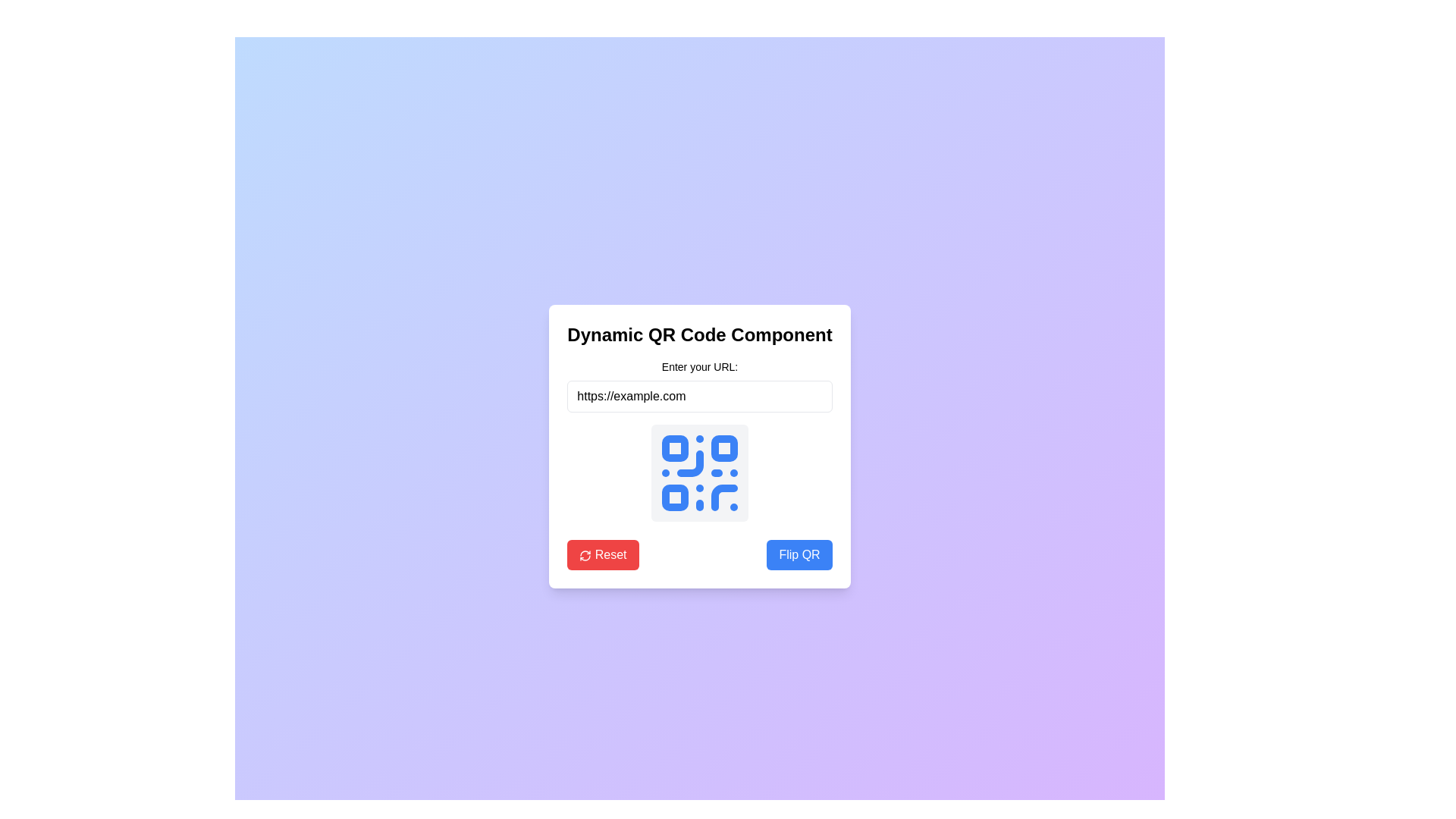 This screenshot has width=1456, height=819. What do you see at coordinates (698, 366) in the screenshot?
I see `the label that provides descriptive context for the input field underneath it, which is positioned directly above the text input field` at bounding box center [698, 366].